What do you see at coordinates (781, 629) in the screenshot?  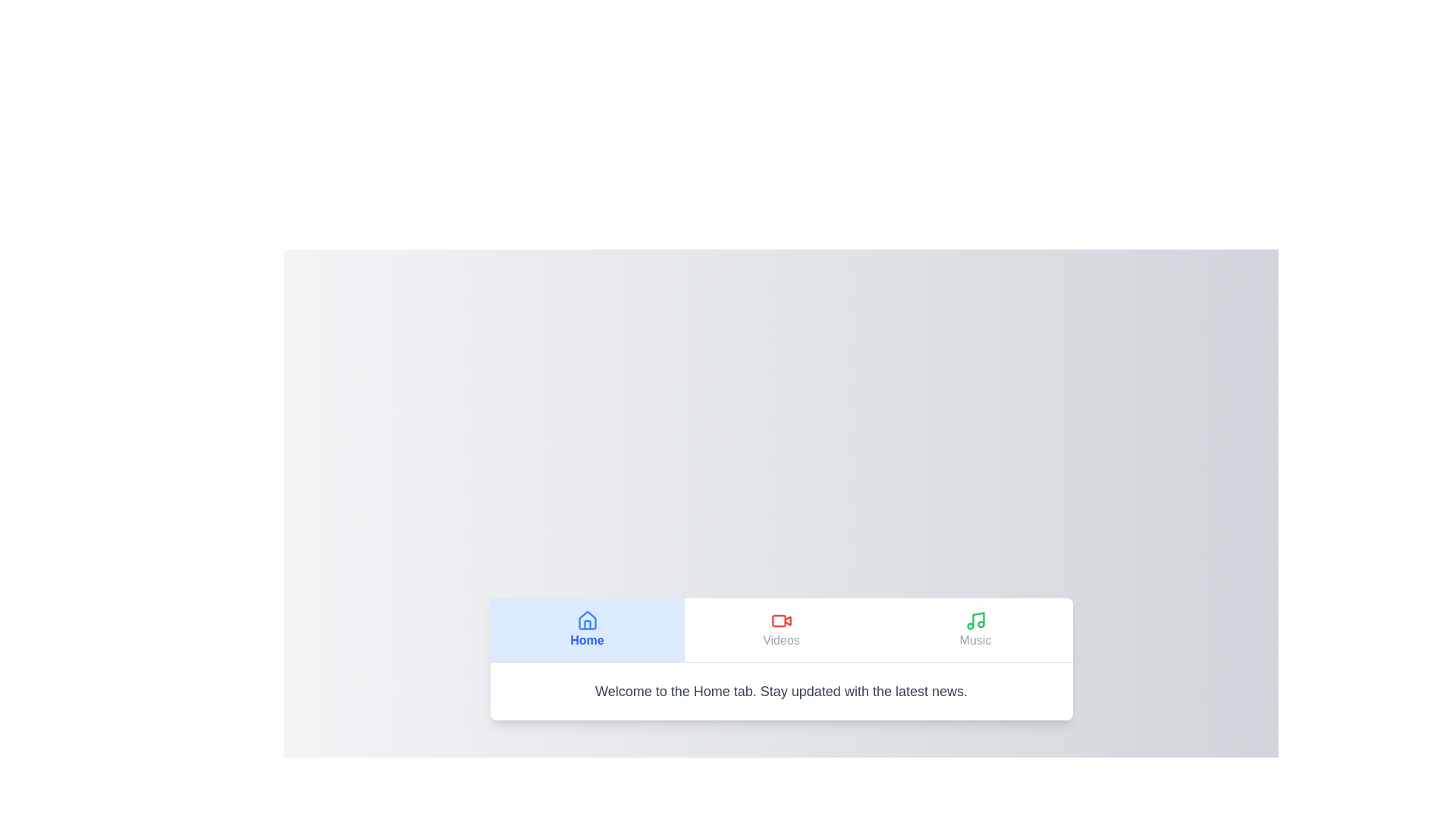 I see `the Videos tab by clicking its button` at bounding box center [781, 629].